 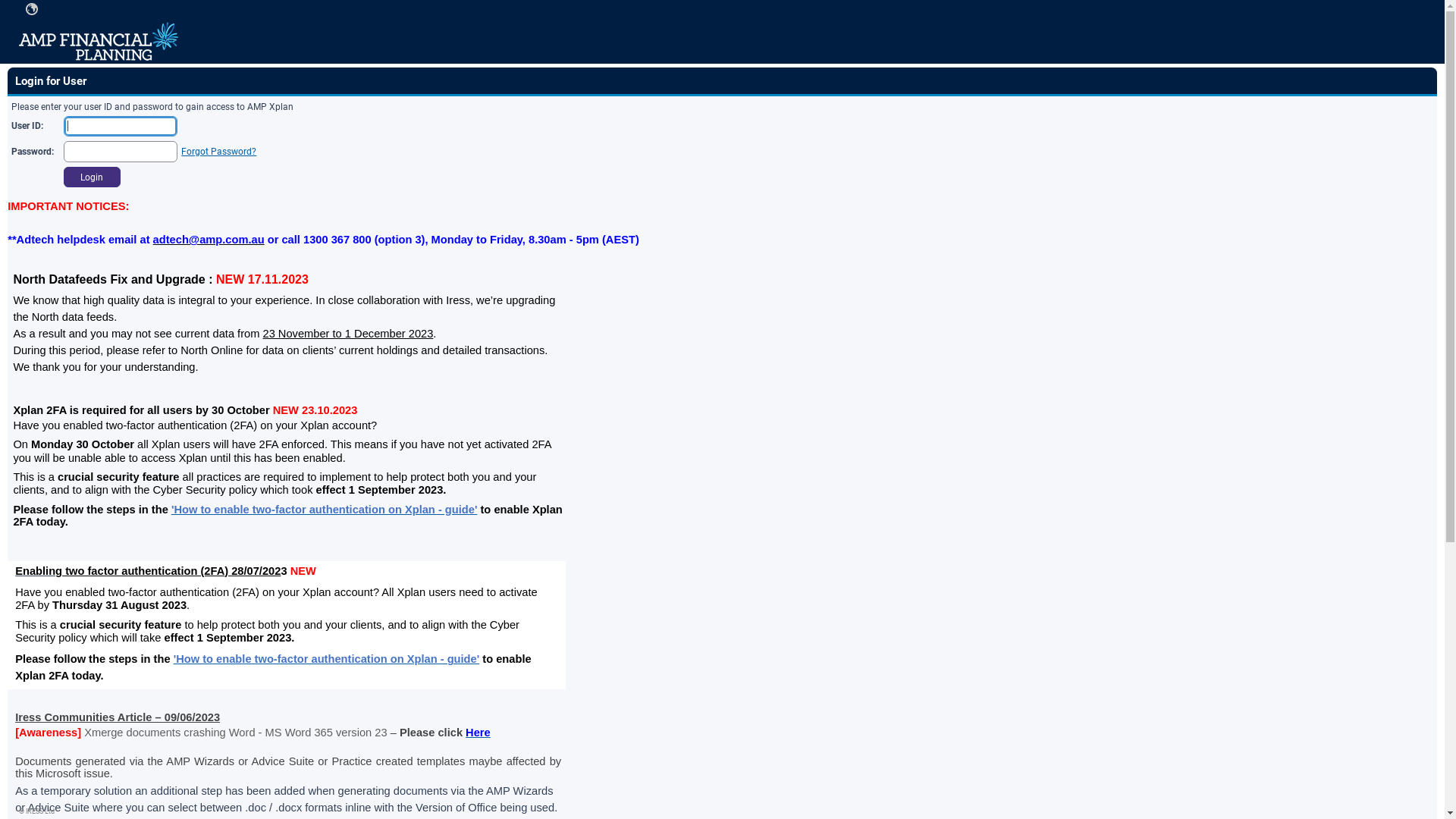 I want to click on 'Forgot Password?', so click(x=181, y=152).